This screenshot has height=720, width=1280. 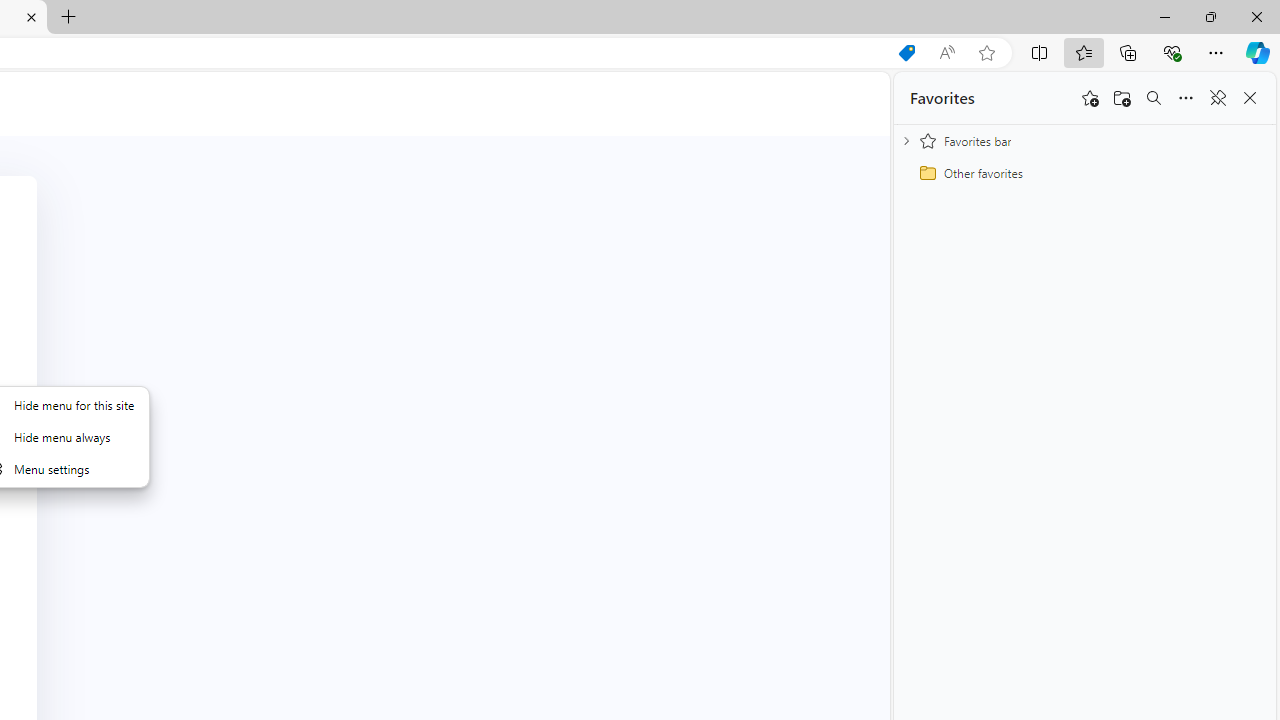 What do you see at coordinates (1122, 98) in the screenshot?
I see `'Add folder'` at bounding box center [1122, 98].